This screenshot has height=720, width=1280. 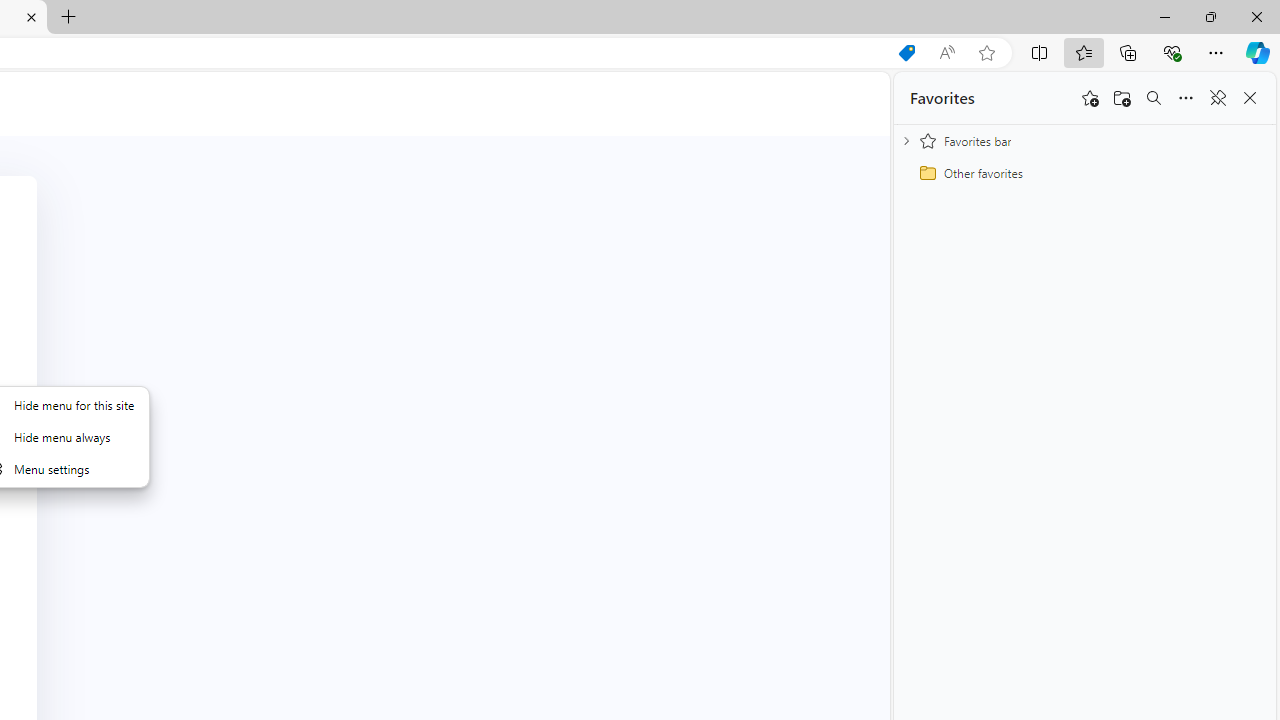 What do you see at coordinates (1122, 98) in the screenshot?
I see `'Add folder'` at bounding box center [1122, 98].